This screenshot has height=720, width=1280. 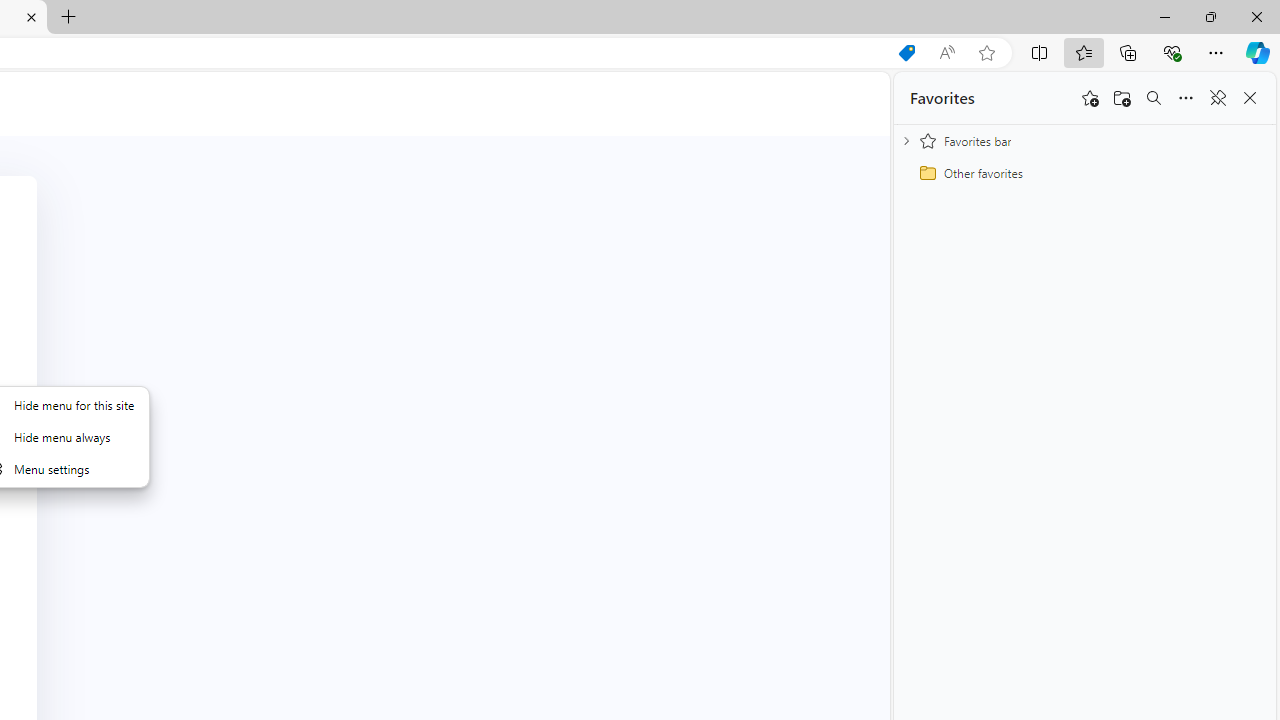 What do you see at coordinates (1122, 98) in the screenshot?
I see `'Add folder'` at bounding box center [1122, 98].